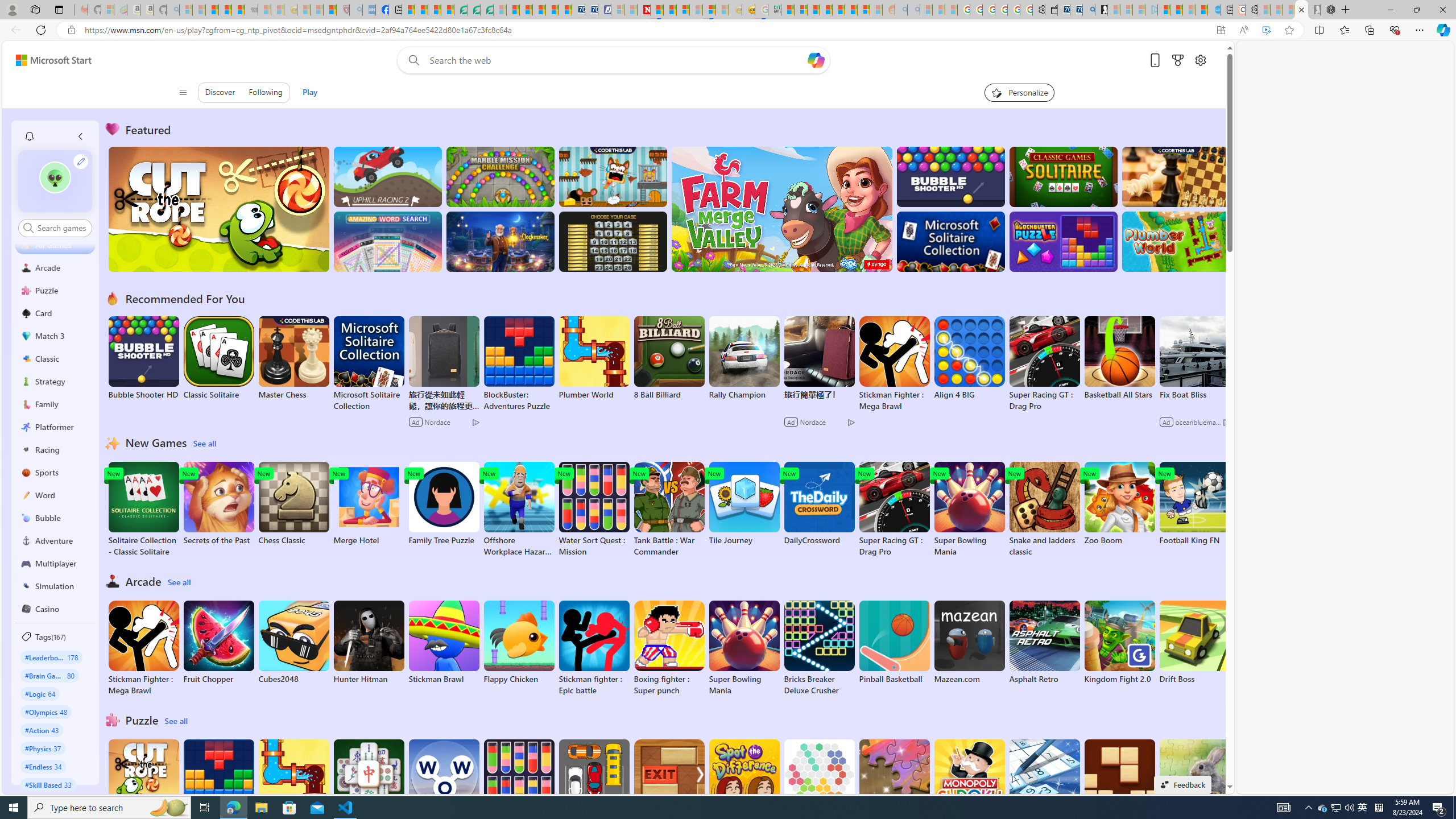 This screenshot has height=819, width=1456. I want to click on 'Fruit Chopper', so click(218, 642).